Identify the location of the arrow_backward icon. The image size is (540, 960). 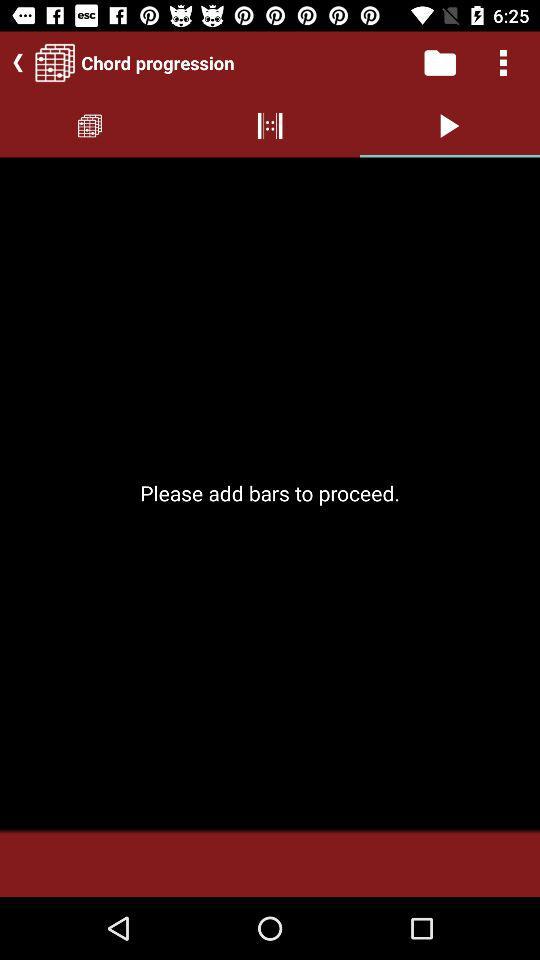
(13, 62).